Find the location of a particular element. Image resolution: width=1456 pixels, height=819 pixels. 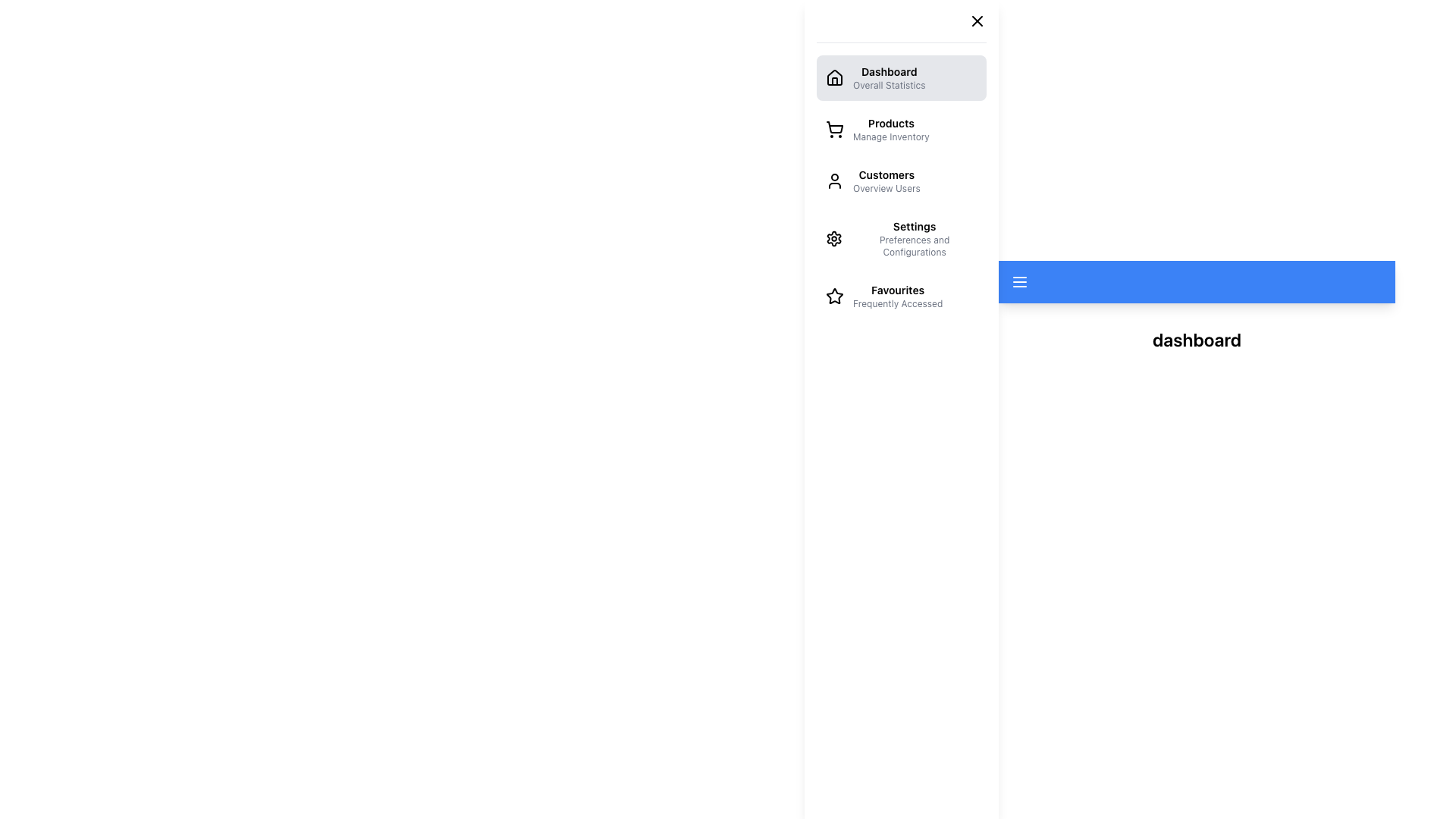

the star-shaped icon with a hollow outline located in the 'Favourites' menu item on the left-hand side navigation menu is located at coordinates (833, 296).